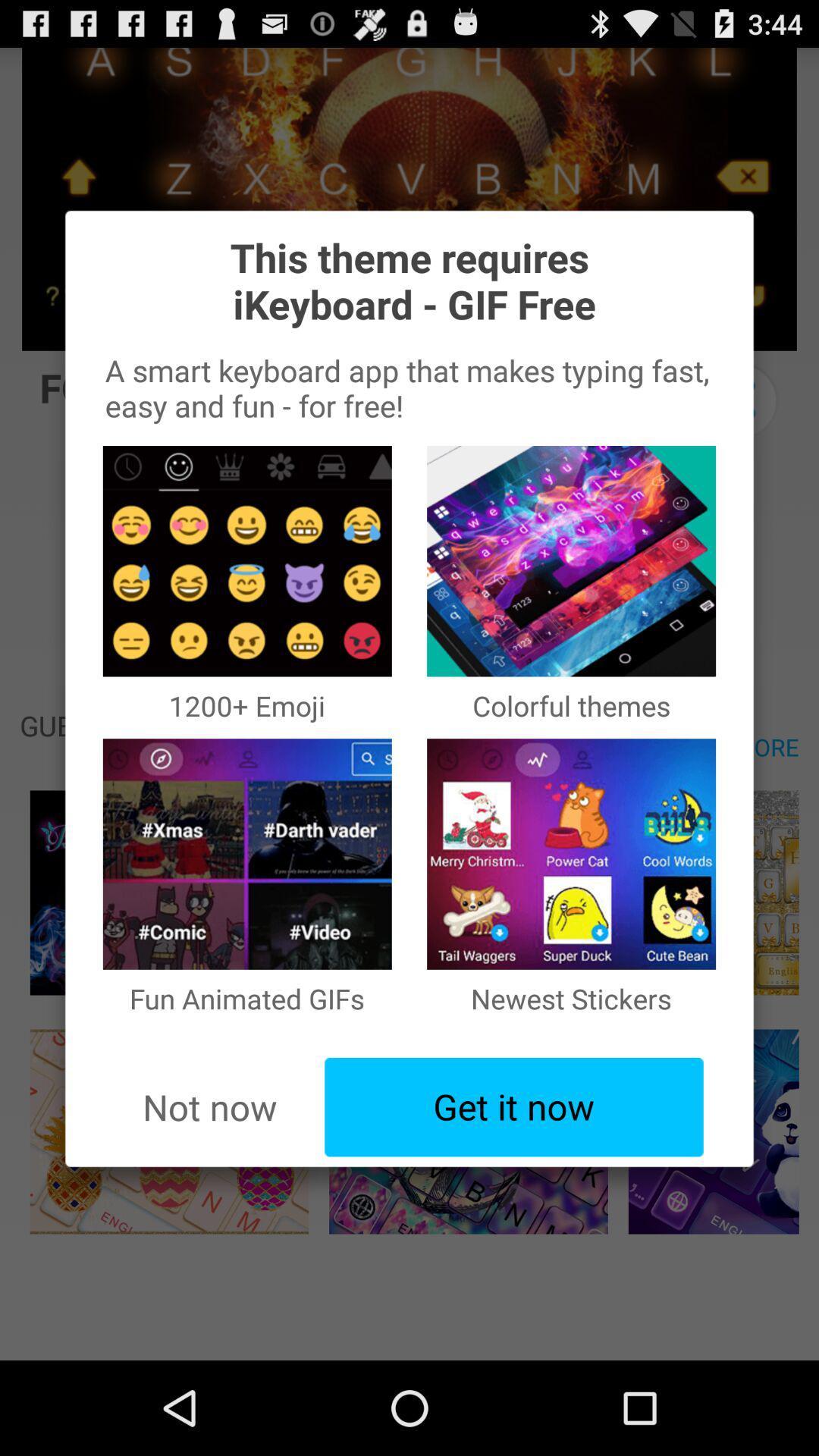  I want to click on get it now button, so click(513, 1107).